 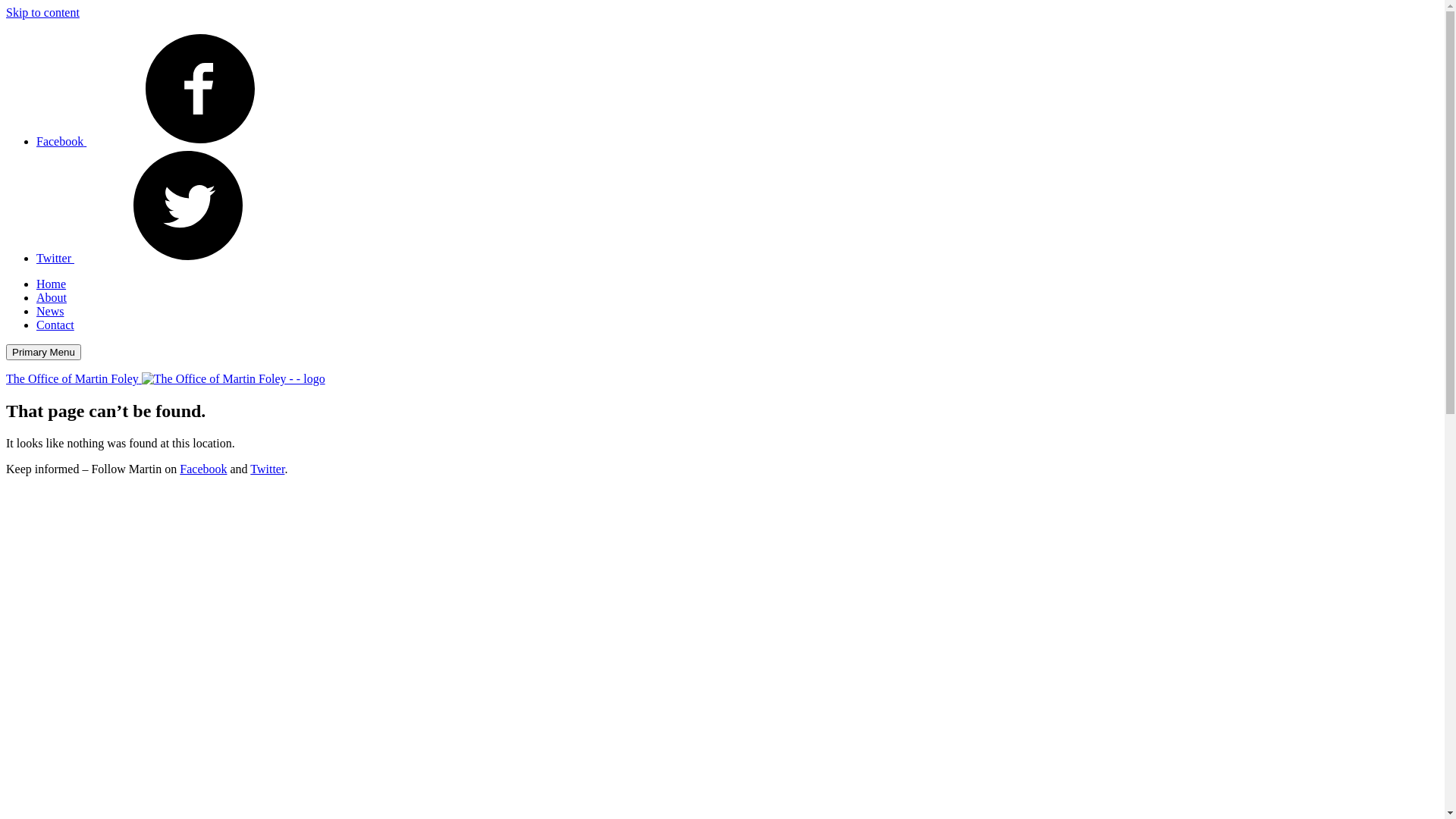 What do you see at coordinates (36, 310) in the screenshot?
I see `'News'` at bounding box center [36, 310].